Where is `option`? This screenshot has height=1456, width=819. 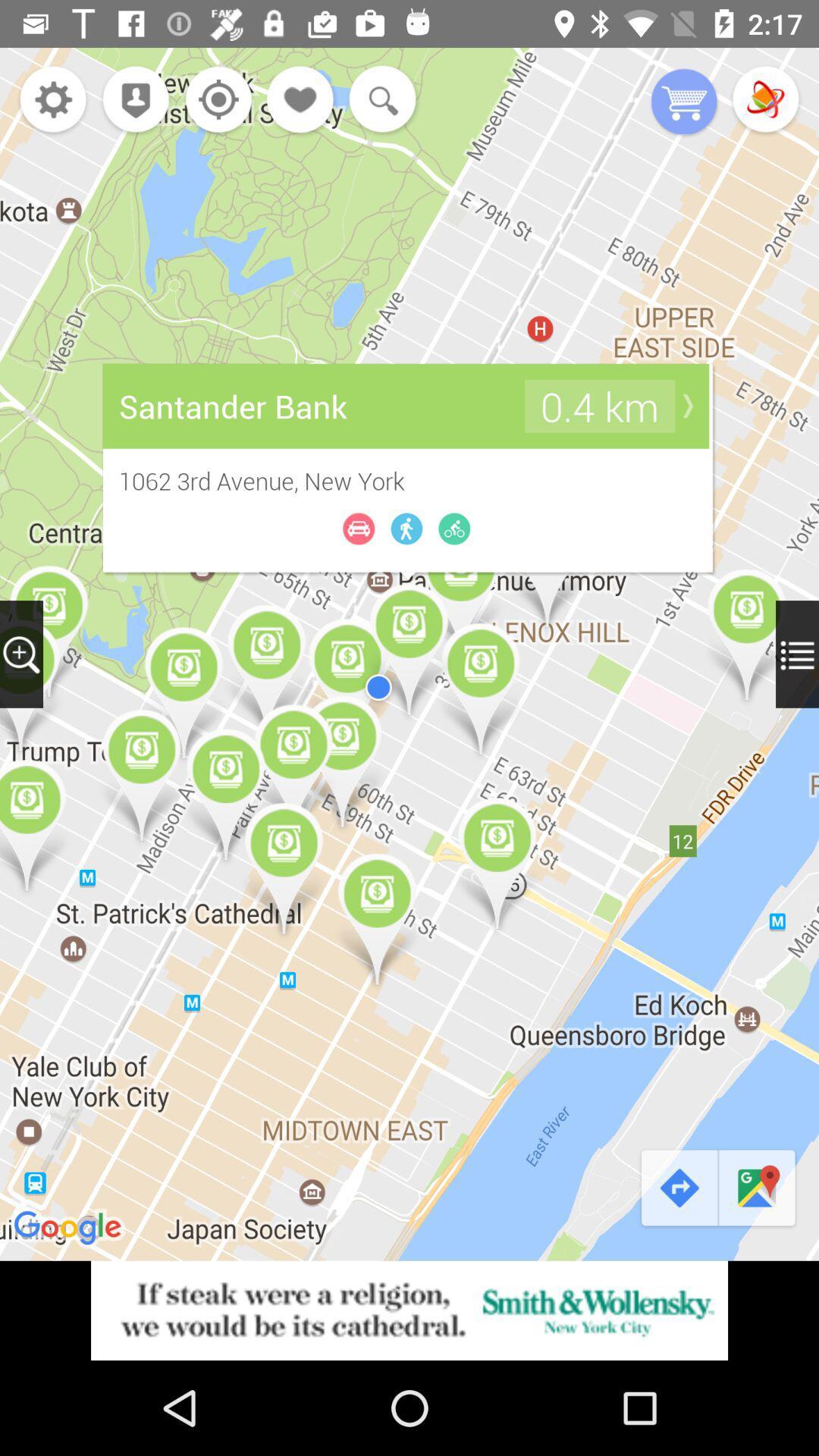 option is located at coordinates (765, 100).